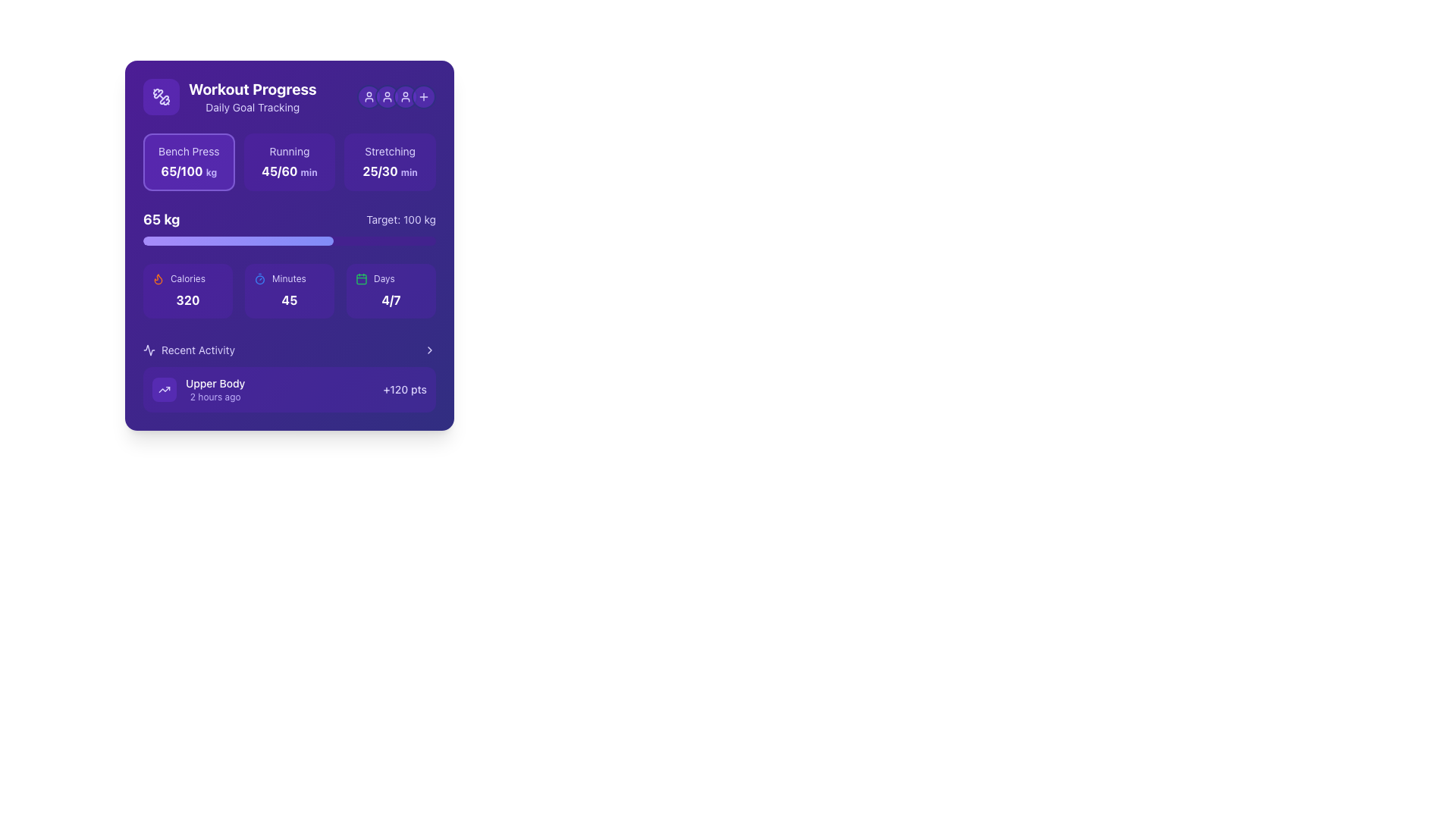  What do you see at coordinates (215, 388) in the screenshot?
I see `text displayed in the first entry of the 'Recent Activity' section located in the bottom left of the purple panel` at bounding box center [215, 388].